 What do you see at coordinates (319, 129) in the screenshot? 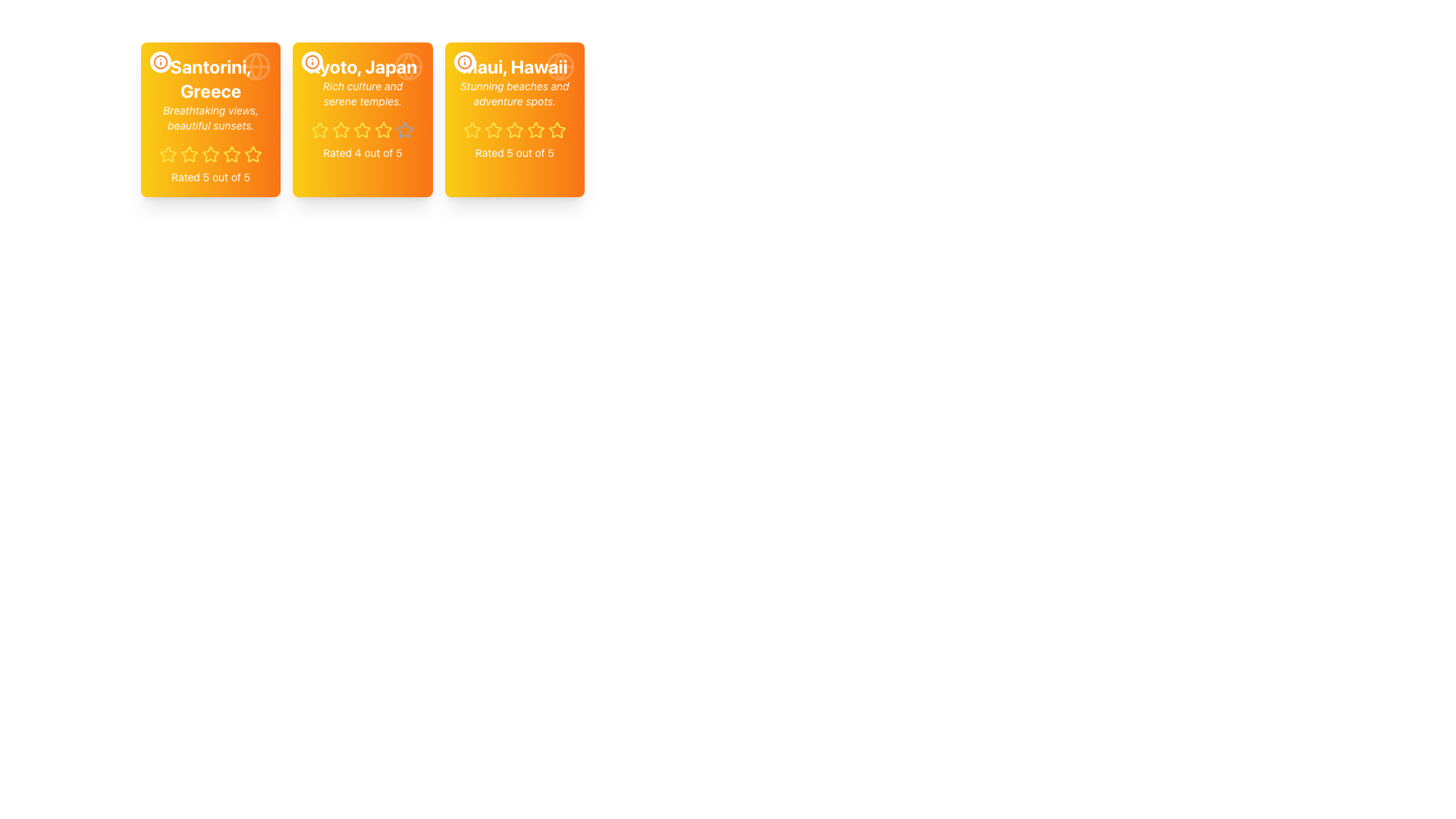
I see `the first star icon` at bounding box center [319, 129].